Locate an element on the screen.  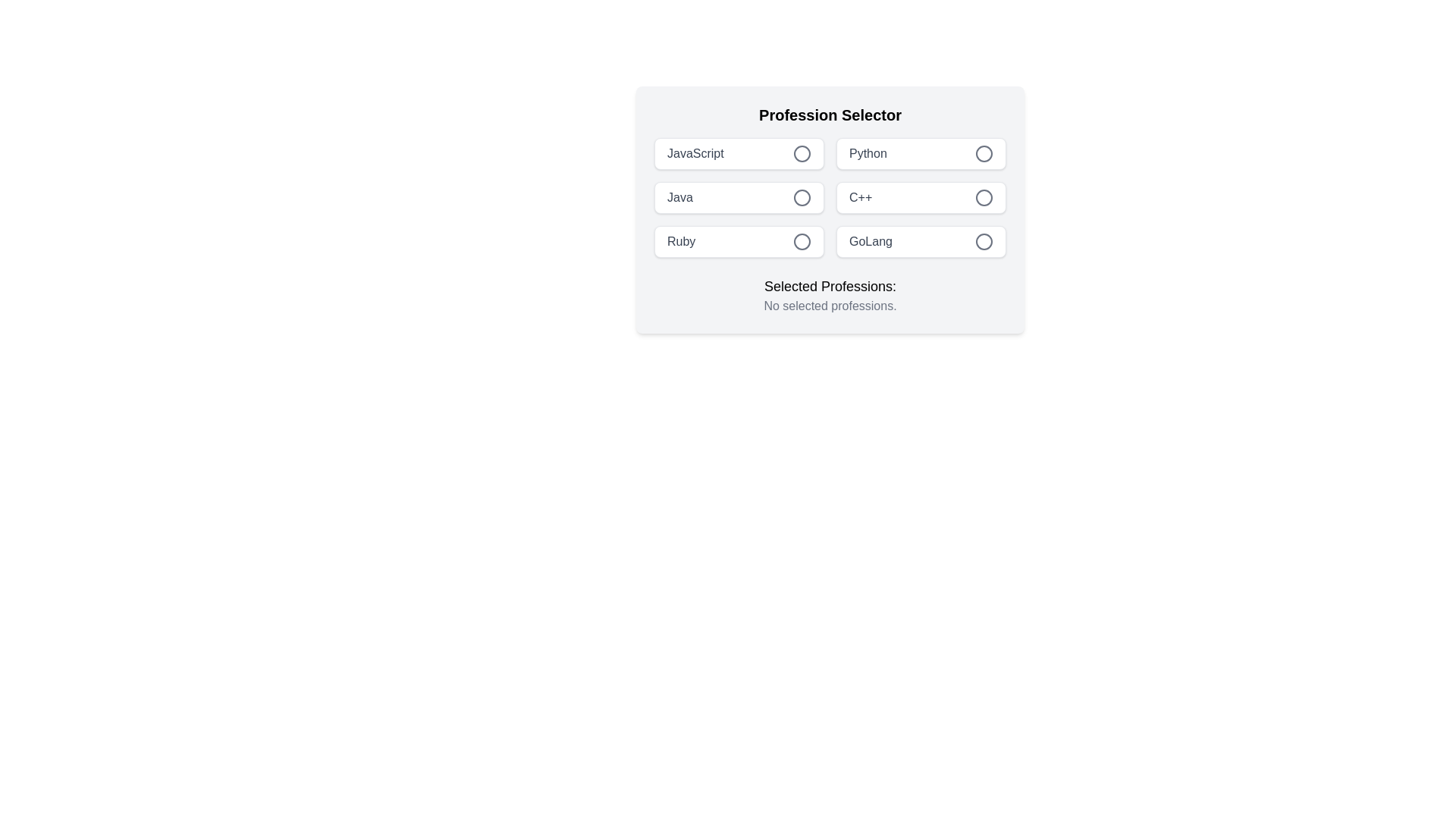
the 'Python' radio button in the profession selector component is located at coordinates (920, 154).